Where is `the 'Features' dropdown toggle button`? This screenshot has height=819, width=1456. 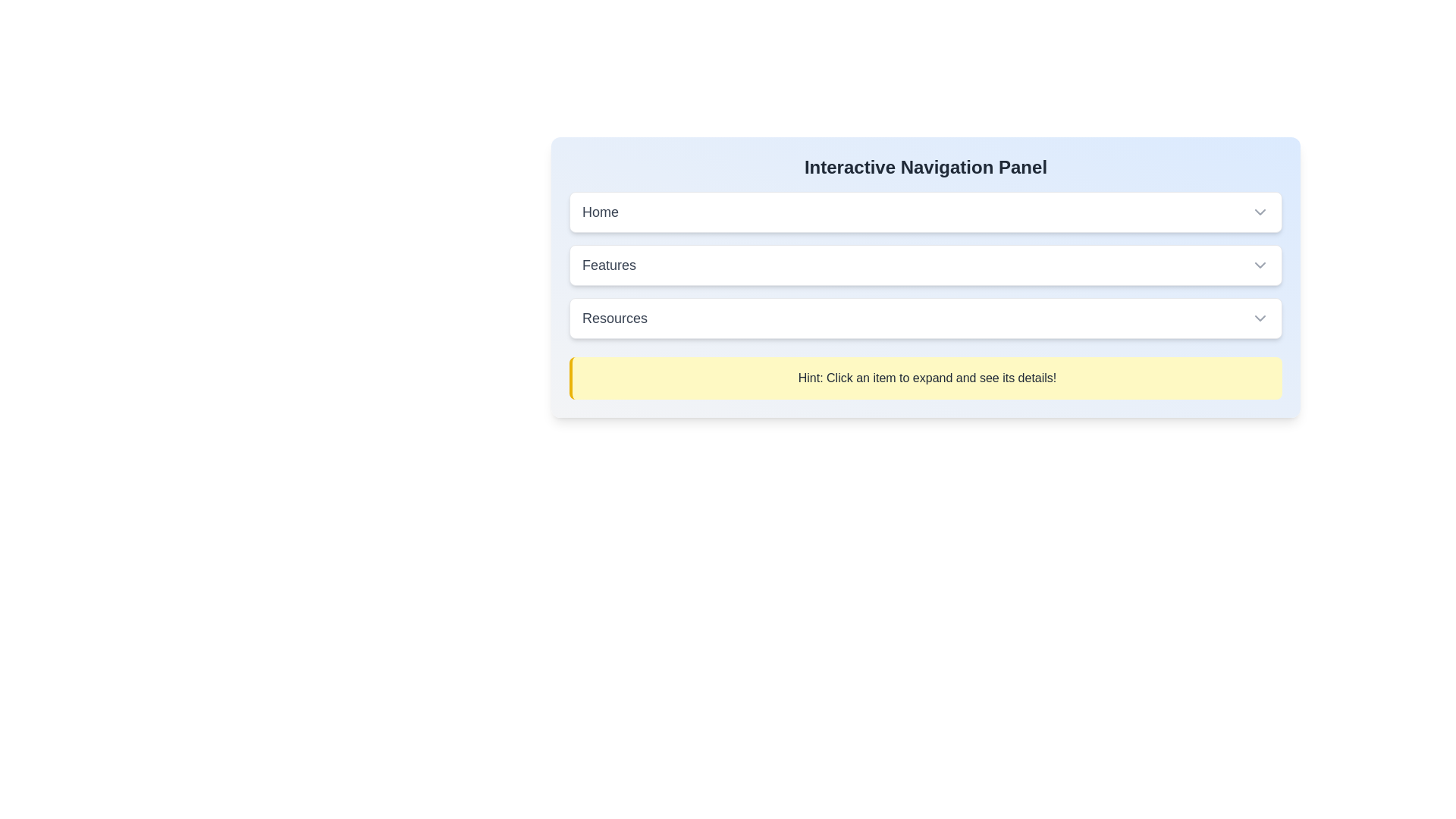 the 'Features' dropdown toggle button is located at coordinates (924, 265).